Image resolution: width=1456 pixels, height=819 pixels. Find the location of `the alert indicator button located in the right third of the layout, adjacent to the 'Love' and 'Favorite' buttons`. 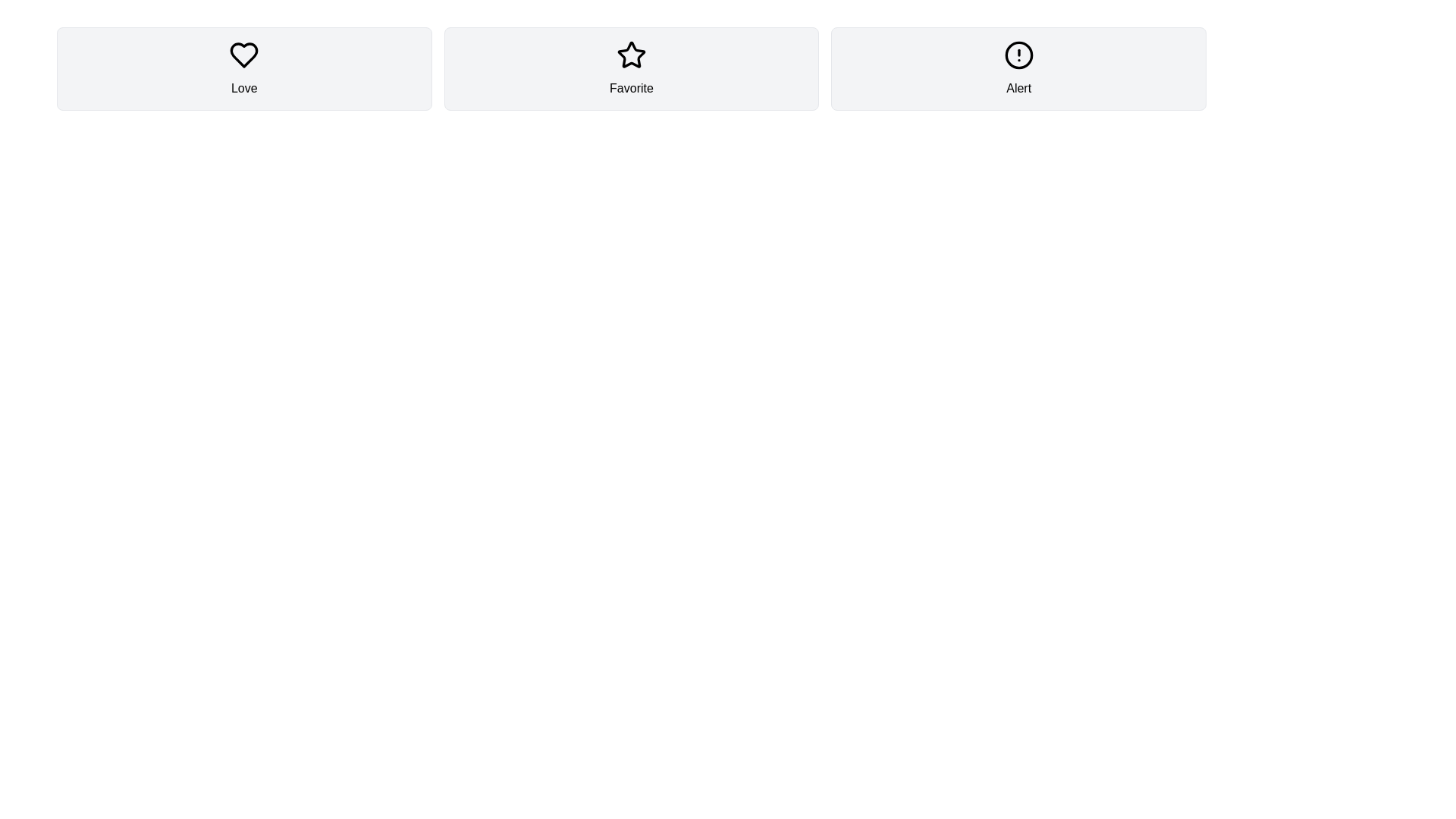

the alert indicator button located in the right third of the layout, adjacent to the 'Love' and 'Favorite' buttons is located at coordinates (1018, 69).